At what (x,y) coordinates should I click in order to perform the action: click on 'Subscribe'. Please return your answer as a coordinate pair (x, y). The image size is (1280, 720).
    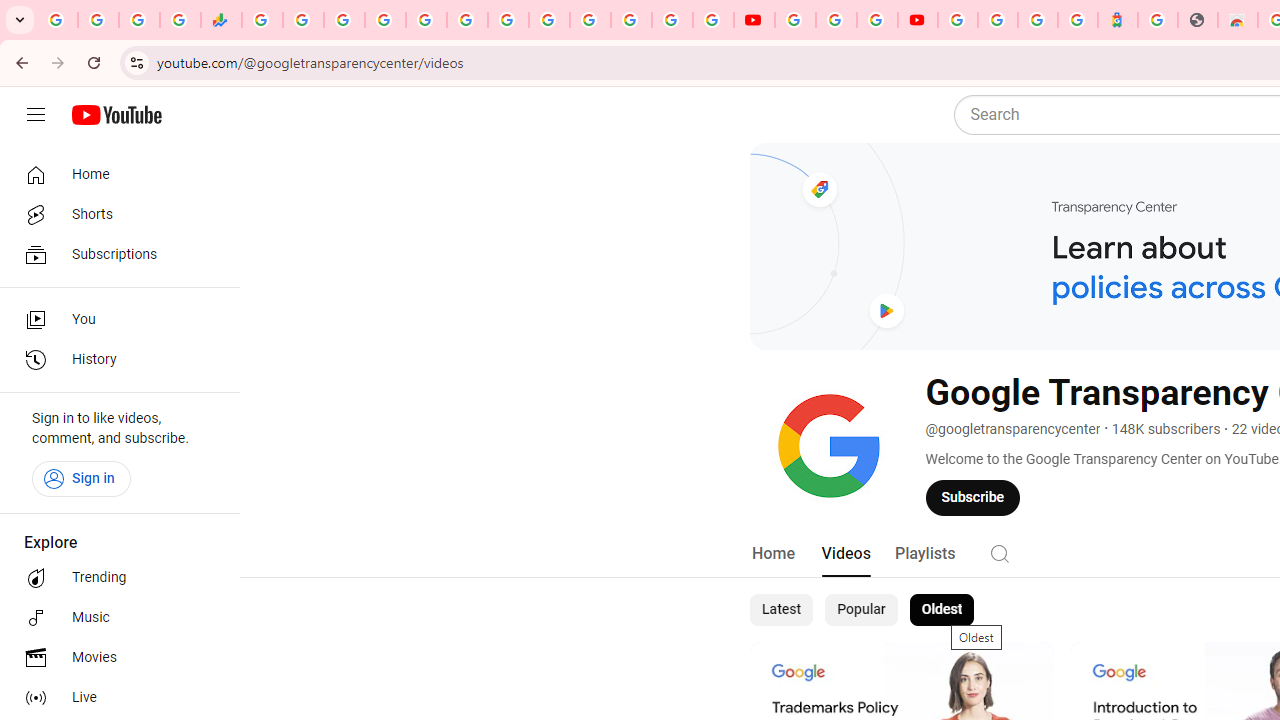
    Looking at the image, I should click on (973, 496).